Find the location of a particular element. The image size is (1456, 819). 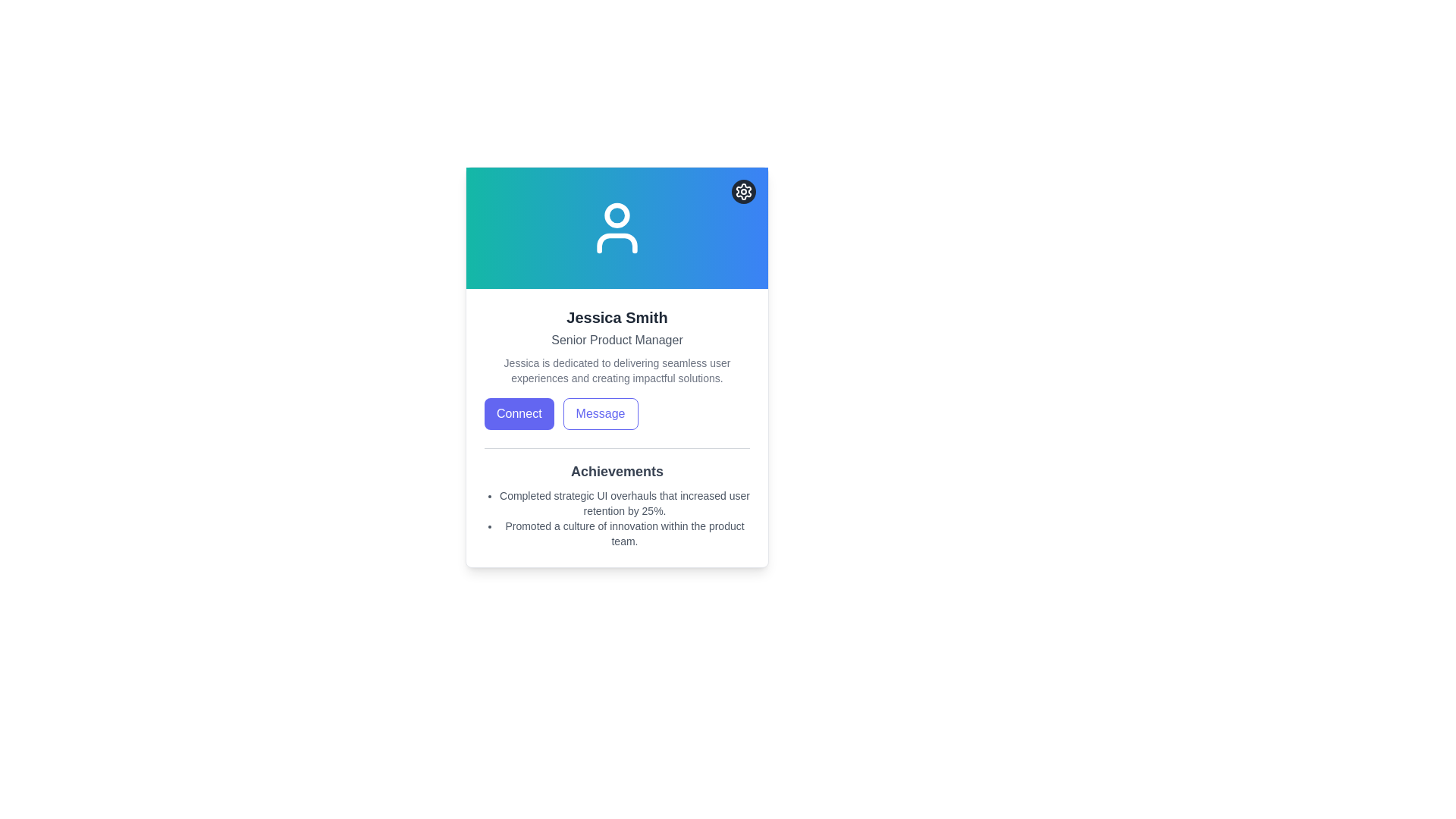

the bulleted list under the 'Achievements' heading, which contains two items styled with small gray text and a disc bullet style is located at coordinates (617, 517).